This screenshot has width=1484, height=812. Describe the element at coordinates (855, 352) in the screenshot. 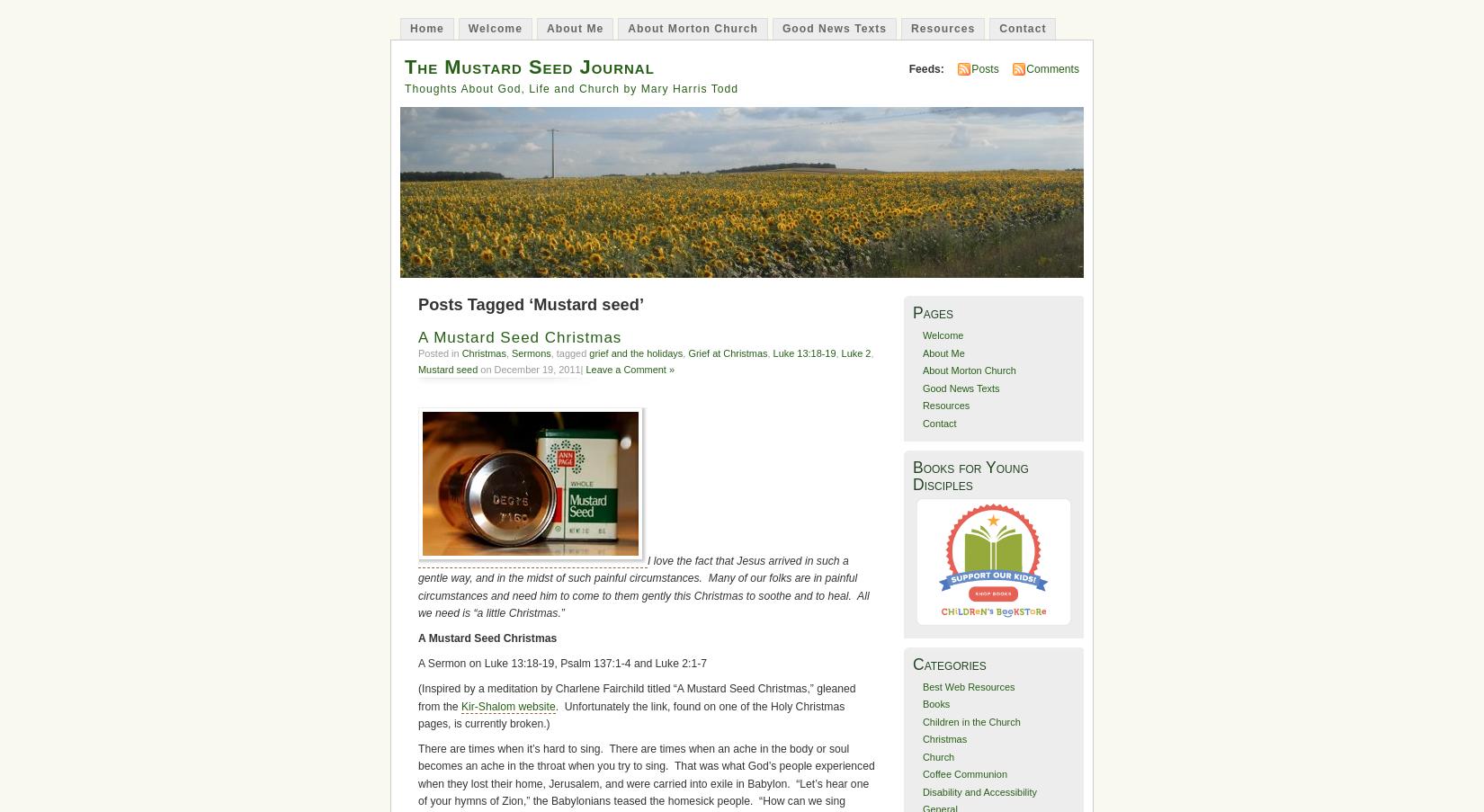

I see `'Luke 2'` at that location.